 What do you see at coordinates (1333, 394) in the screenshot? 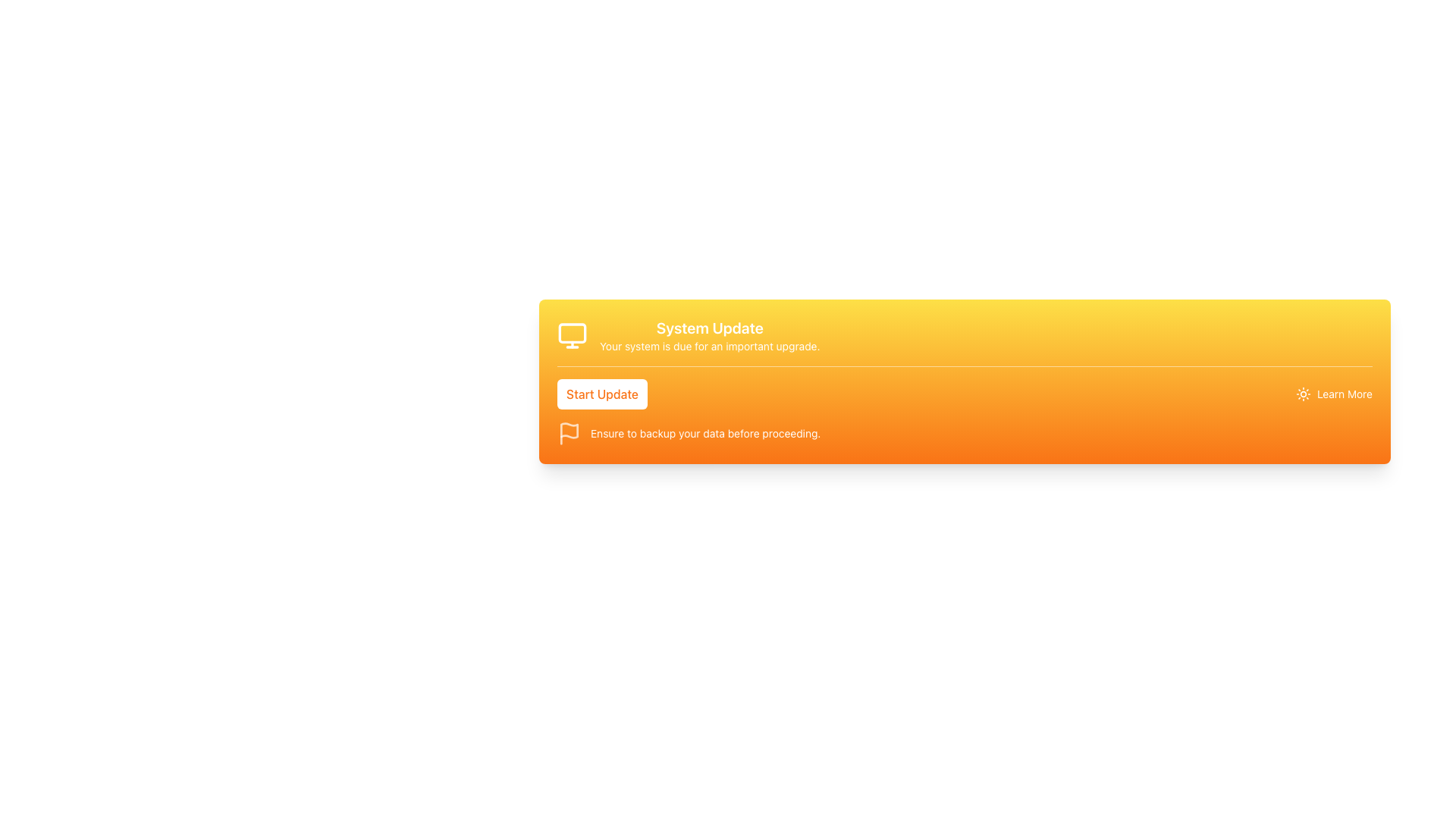
I see `the 'Learn More' hyperlink with a sun icon to trigger visual feedback` at bounding box center [1333, 394].